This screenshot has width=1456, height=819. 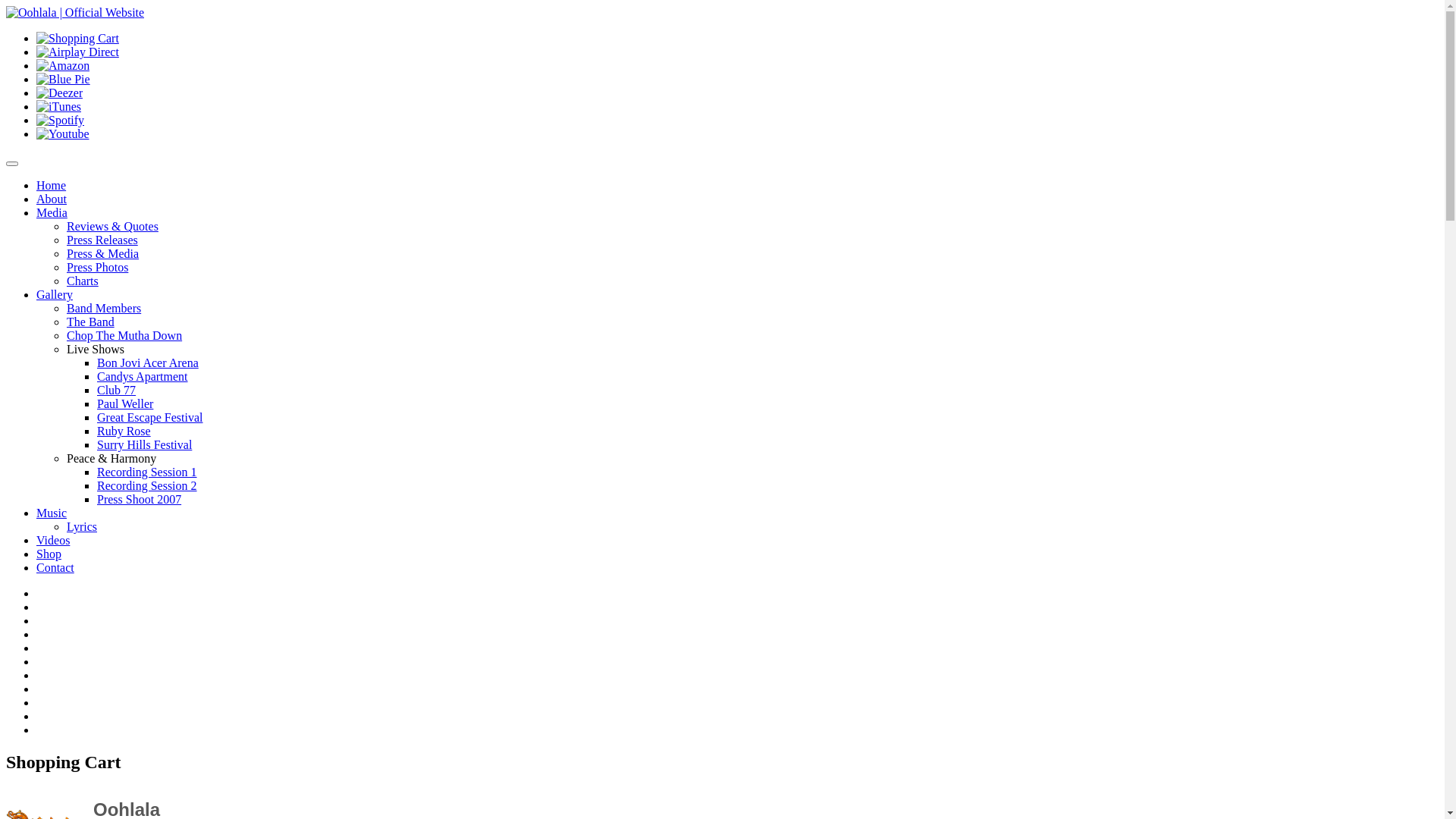 What do you see at coordinates (59, 93) in the screenshot?
I see `'Deezer'` at bounding box center [59, 93].